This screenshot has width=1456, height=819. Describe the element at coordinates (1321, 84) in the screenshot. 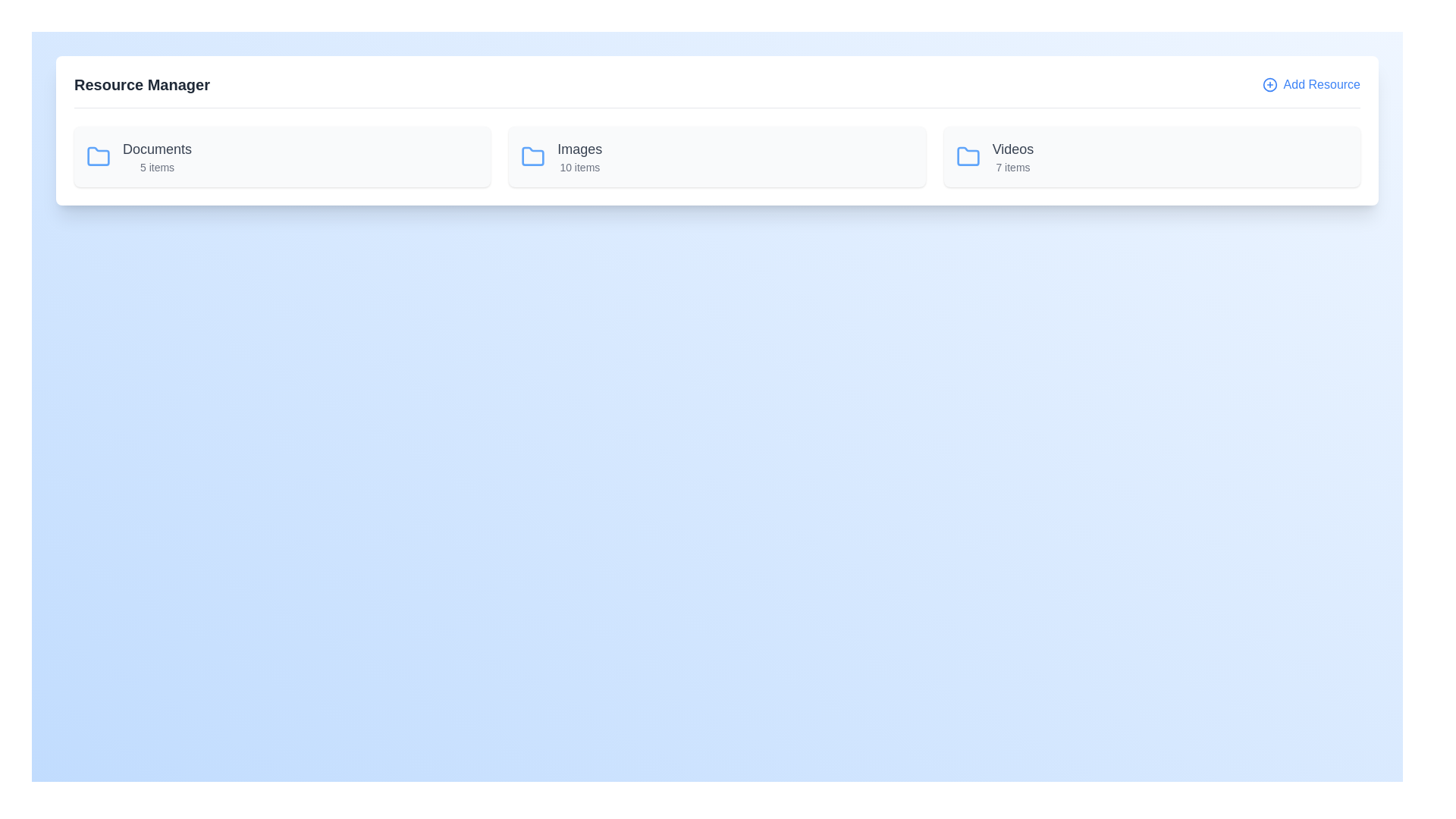

I see `the label positioned at the top right of the interface, located to the right of the '+' icon` at that location.